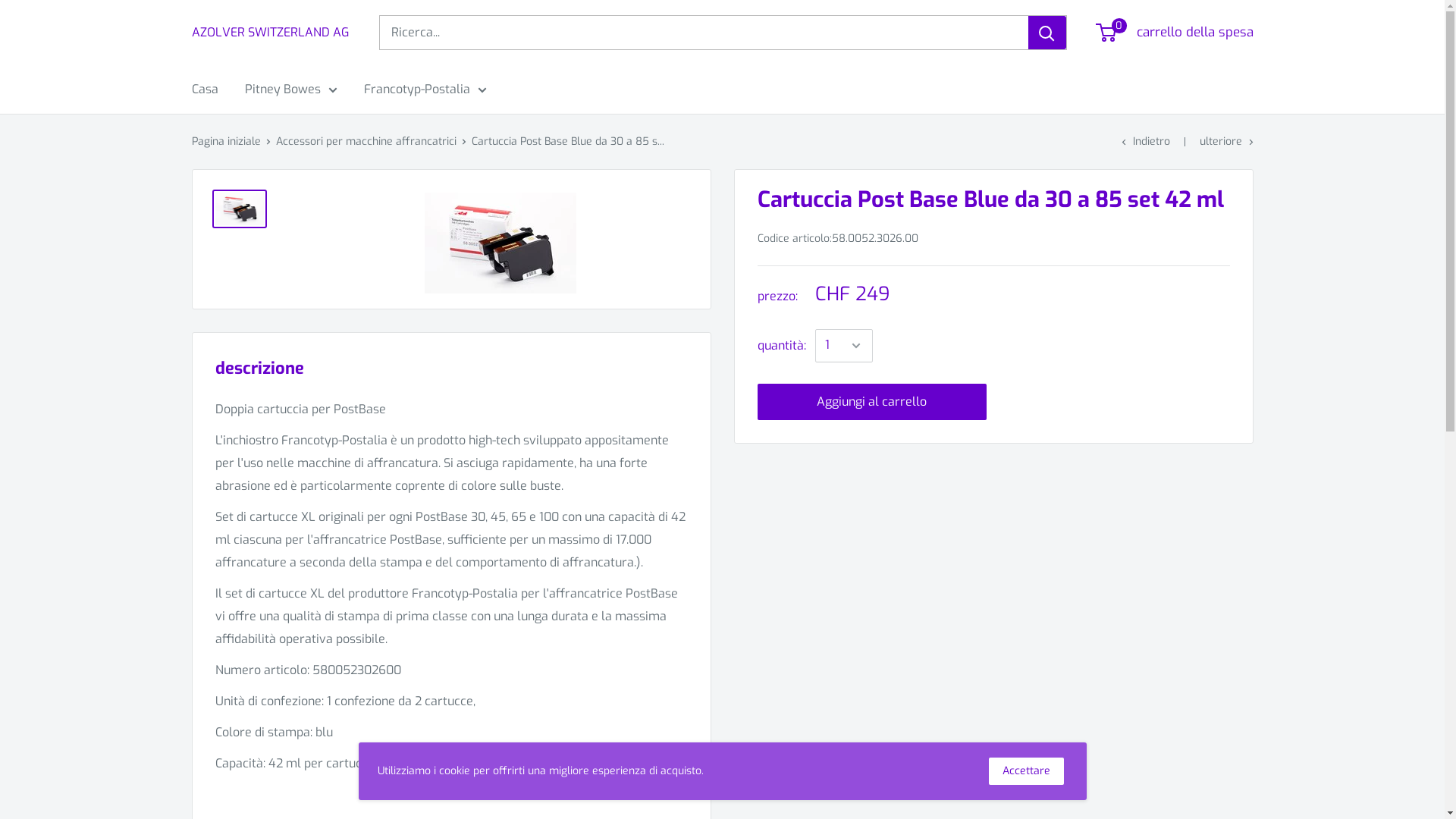  I want to click on 'Francotyp-Postalia', so click(425, 89).